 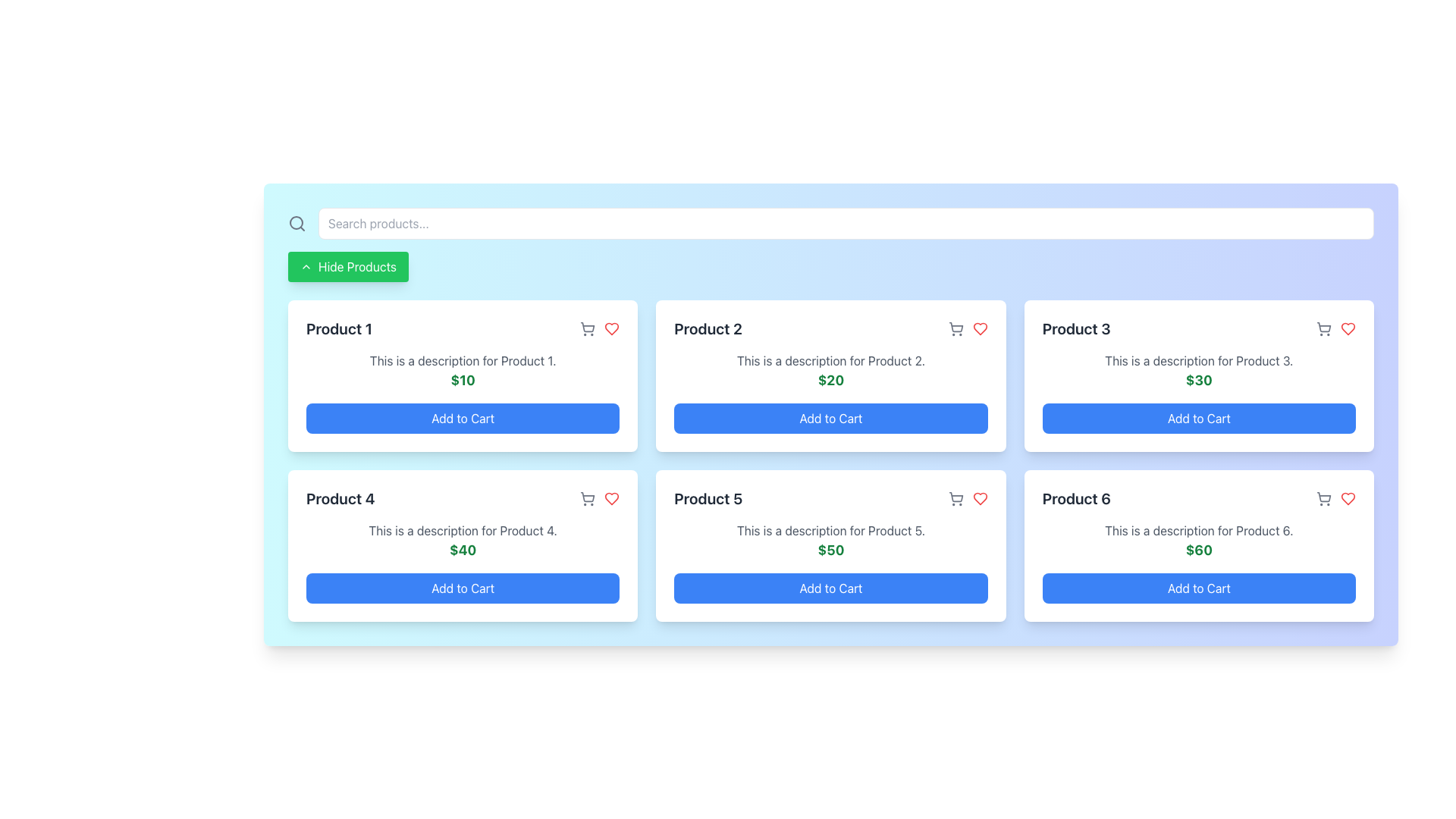 What do you see at coordinates (955, 326) in the screenshot?
I see `the shopping cart icon located at the top-right of the product card for 'Product 2'` at bounding box center [955, 326].